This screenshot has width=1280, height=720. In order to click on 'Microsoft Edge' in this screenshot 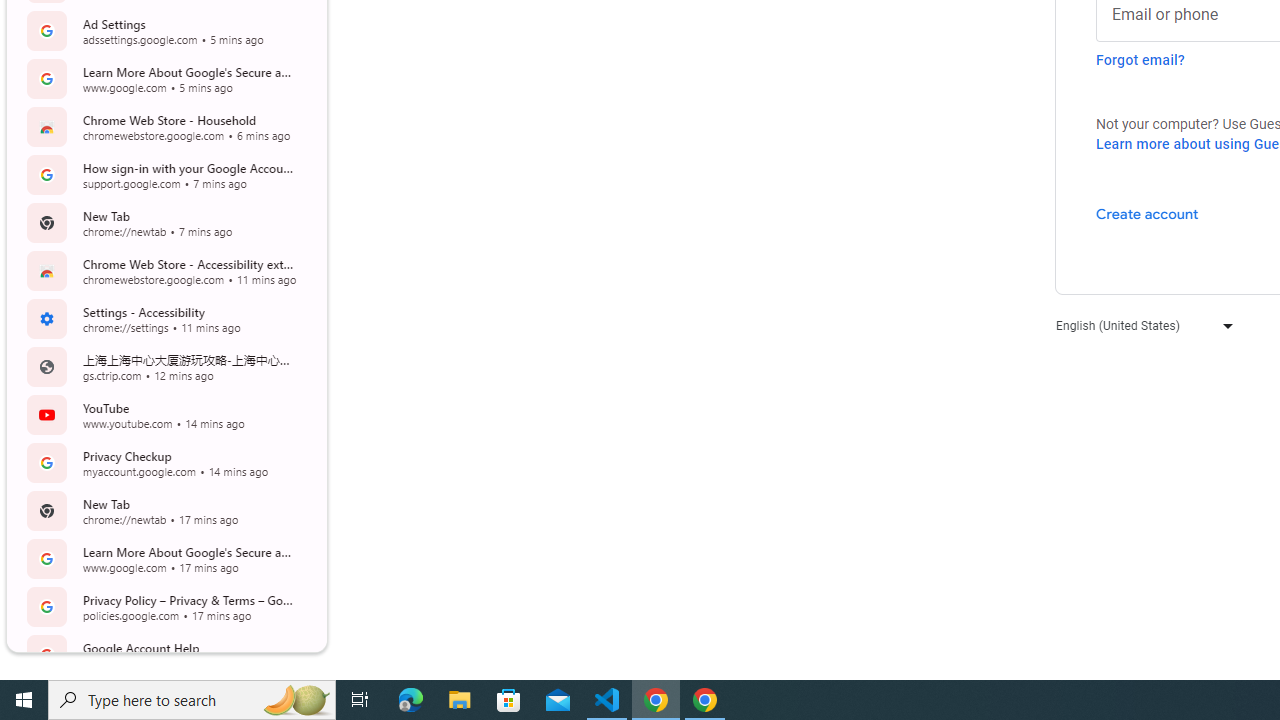, I will do `click(410, 698)`.